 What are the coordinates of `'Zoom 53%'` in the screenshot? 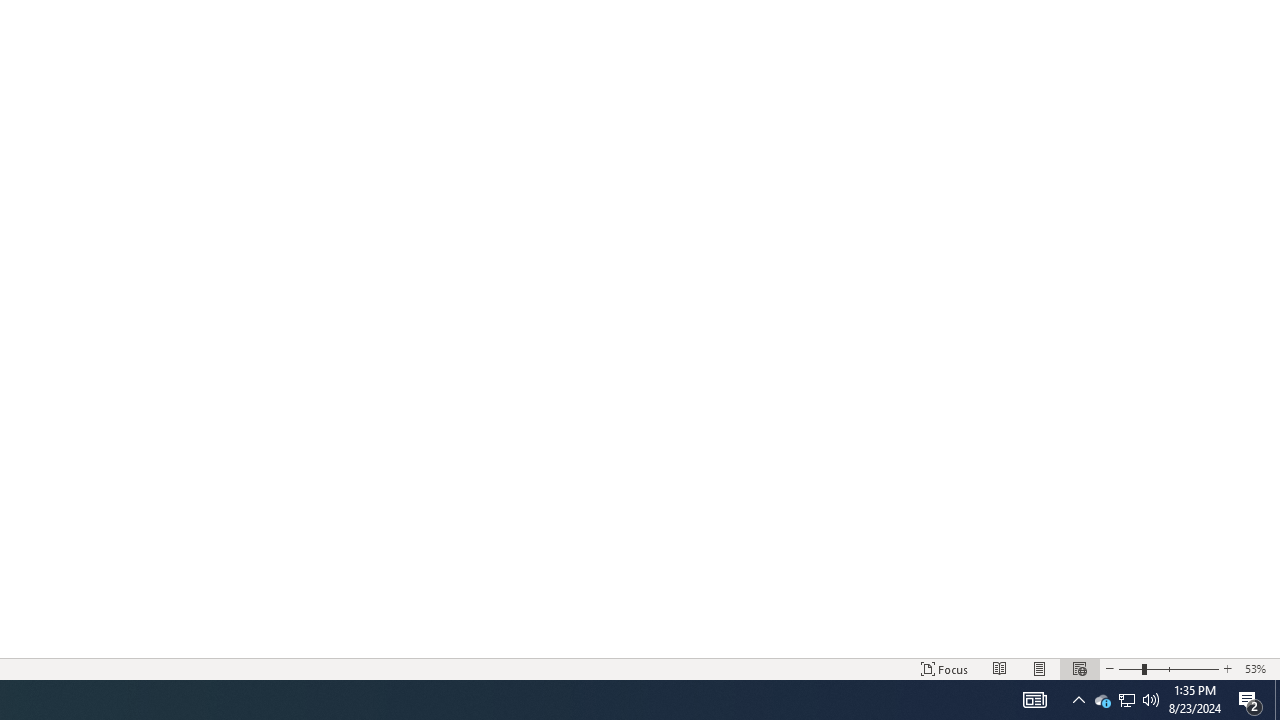 It's located at (1257, 669).